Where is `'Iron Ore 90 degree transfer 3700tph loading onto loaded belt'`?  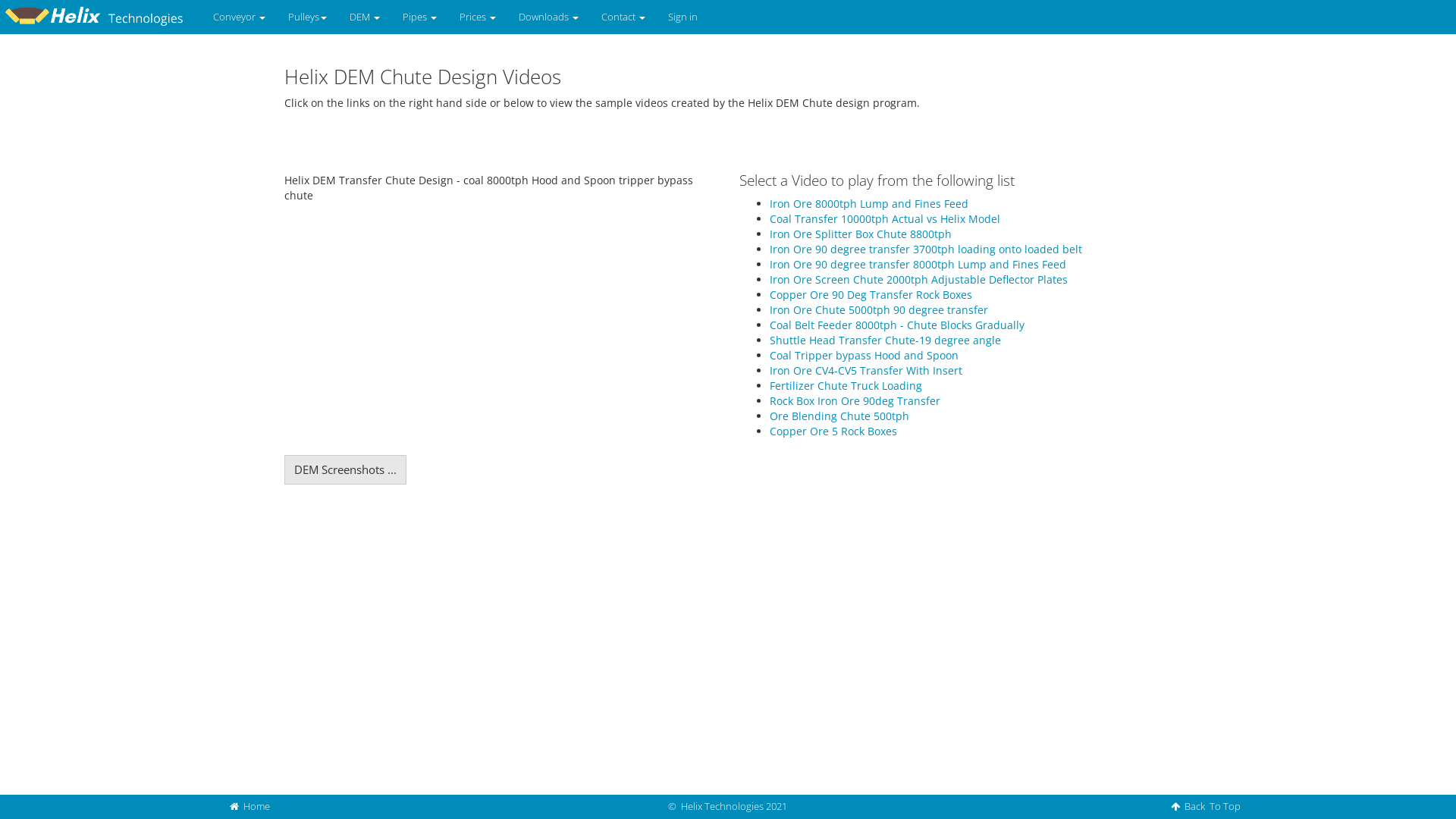 'Iron Ore 90 degree transfer 3700tph loading onto loaded belt' is located at coordinates (924, 248).